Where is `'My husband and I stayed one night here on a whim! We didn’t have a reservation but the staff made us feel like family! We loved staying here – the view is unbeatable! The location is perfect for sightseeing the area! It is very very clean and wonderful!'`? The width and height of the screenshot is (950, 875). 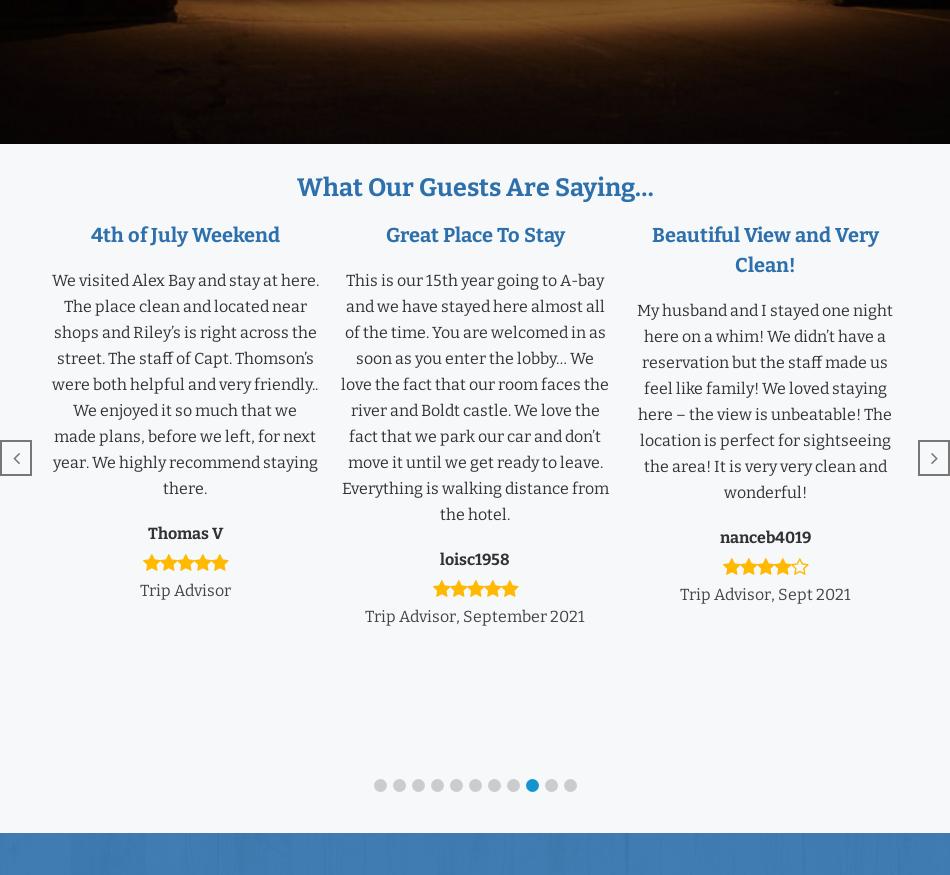
'My husband and I stayed one night here on a whim! We didn’t have a reservation but the staff made us feel like family! We loved staying here – the view is unbeatable! The location is perfect for sightseeing the area! It is very very clean and wonderful!' is located at coordinates (764, 400).